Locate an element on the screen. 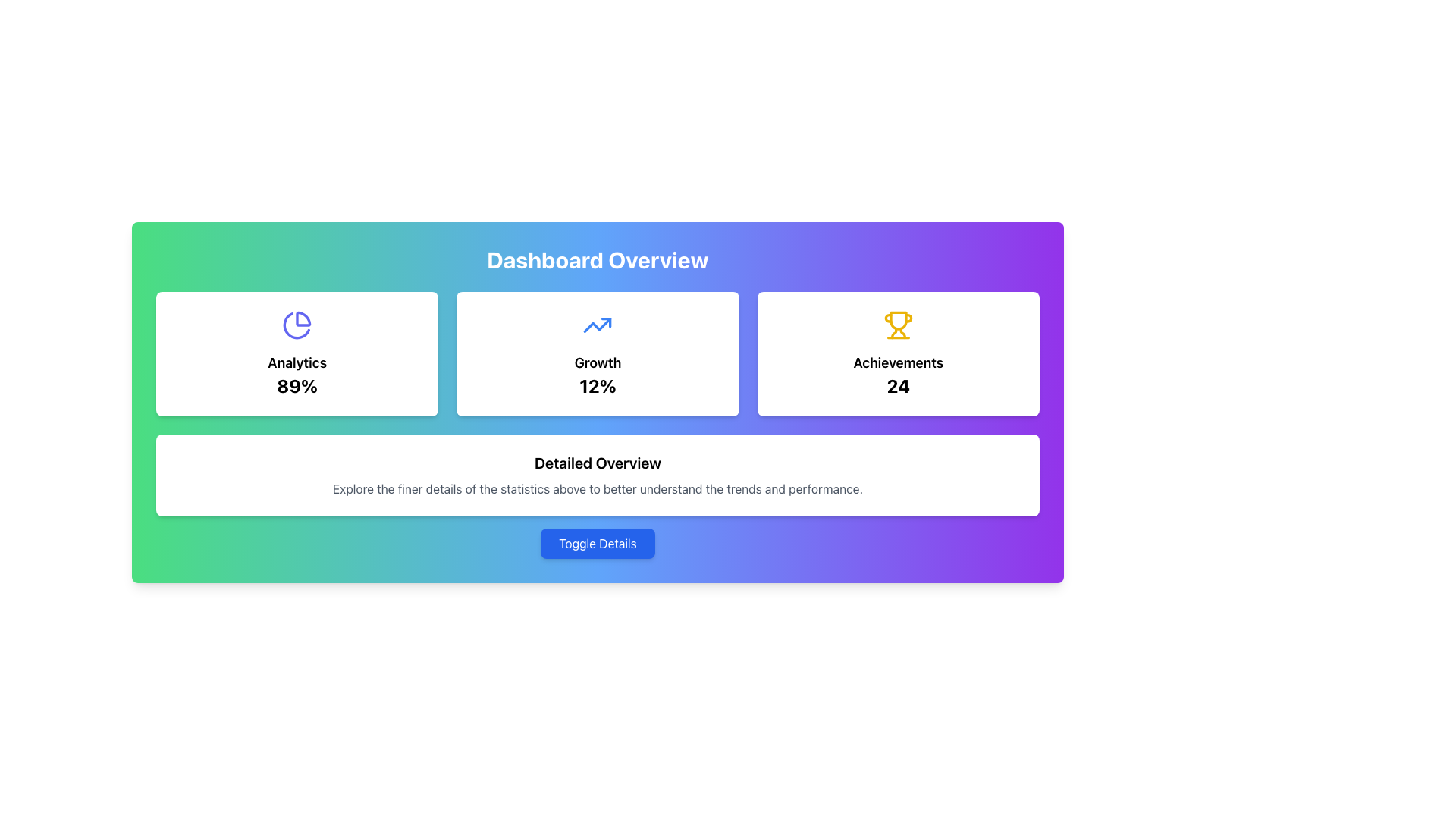  the heading label in the Achievements panel, indicating the type of information presented within this section of the dashboard is located at coordinates (898, 362).